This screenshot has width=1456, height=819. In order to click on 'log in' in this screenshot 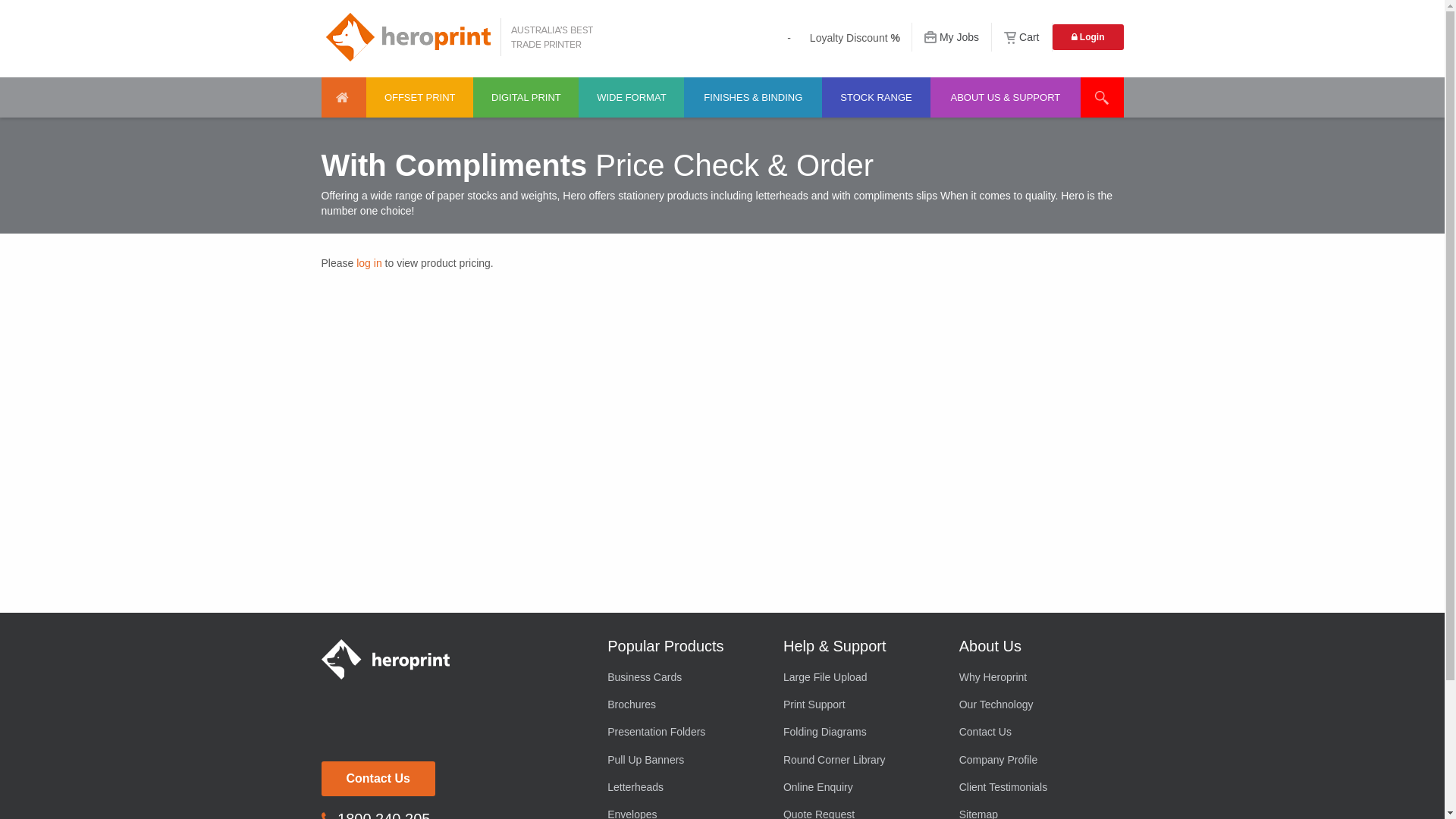, I will do `click(369, 262)`.